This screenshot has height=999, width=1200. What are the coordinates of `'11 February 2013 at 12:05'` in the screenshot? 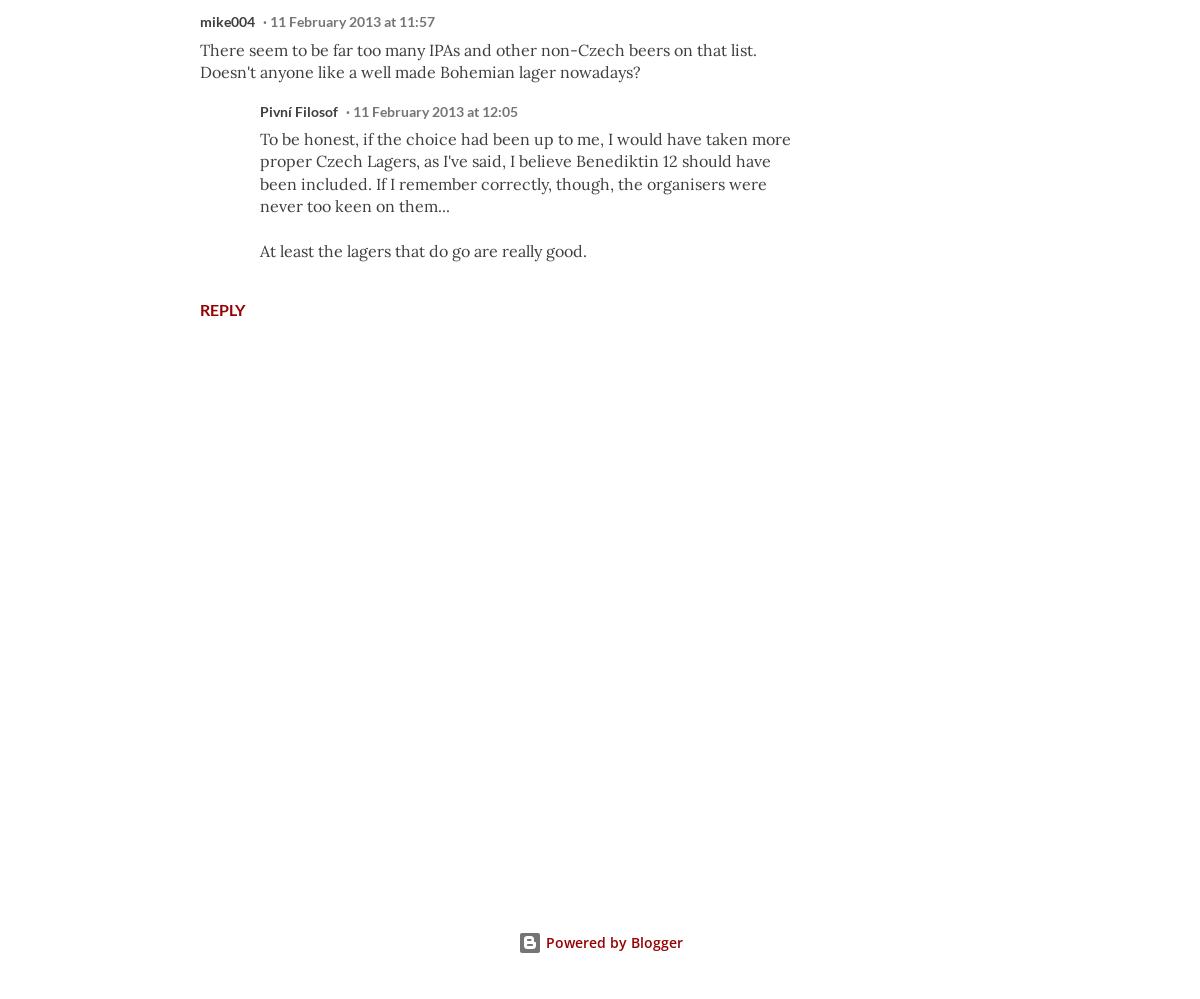 It's located at (435, 109).